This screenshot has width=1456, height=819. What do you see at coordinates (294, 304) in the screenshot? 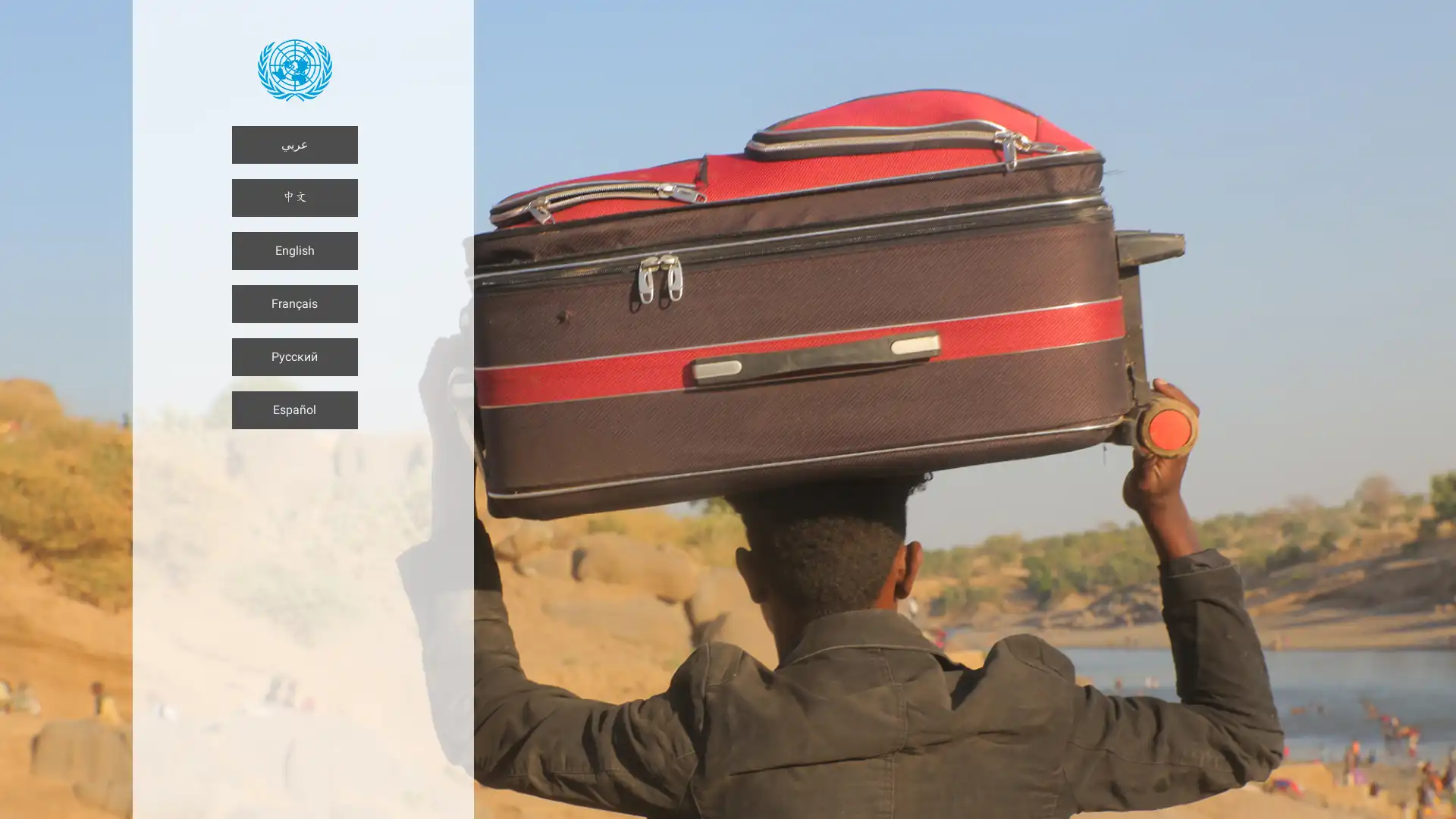
I see `Francais` at bounding box center [294, 304].